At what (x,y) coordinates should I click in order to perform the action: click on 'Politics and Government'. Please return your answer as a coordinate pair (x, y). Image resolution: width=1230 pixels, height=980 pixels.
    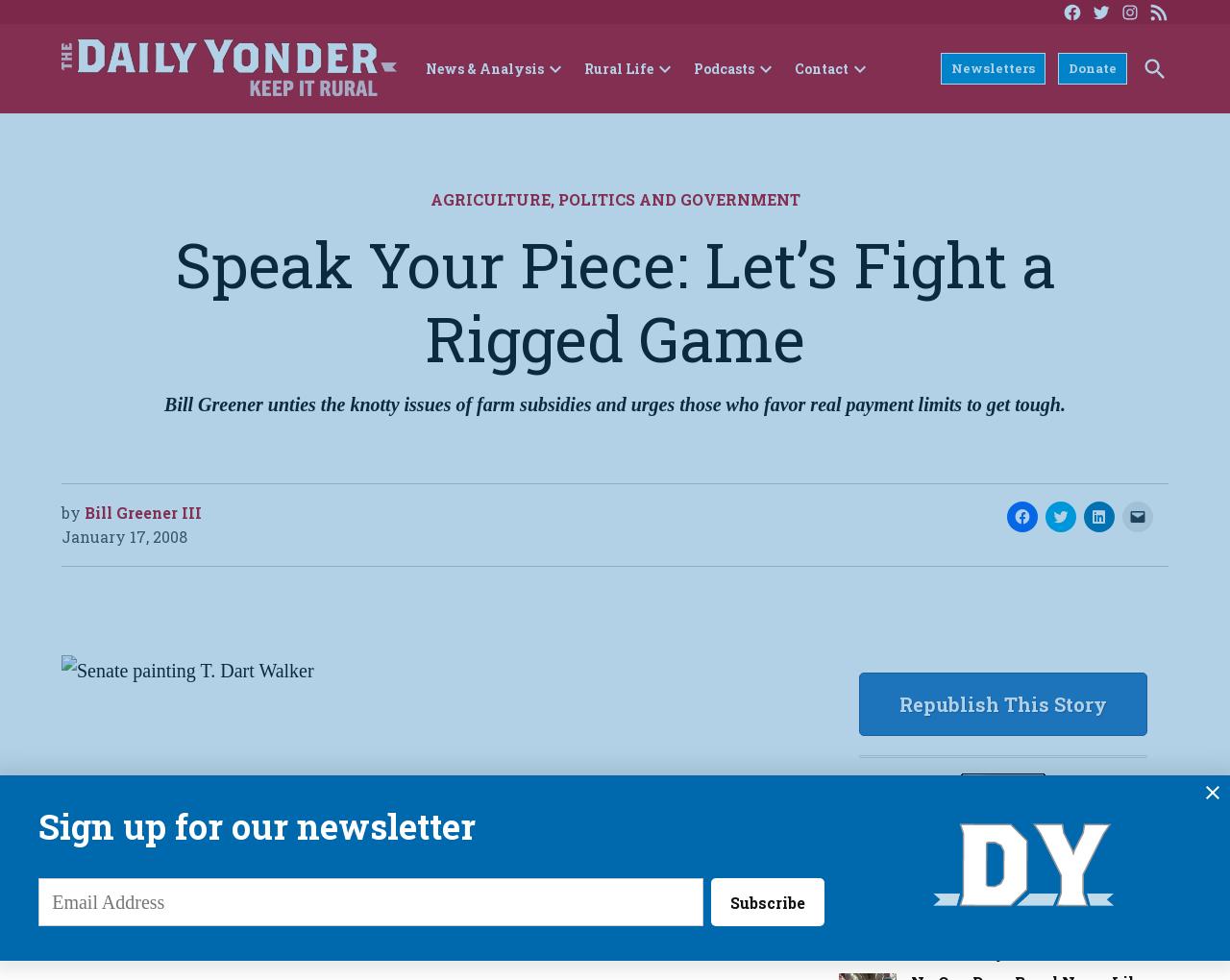
    Looking at the image, I should click on (555, 198).